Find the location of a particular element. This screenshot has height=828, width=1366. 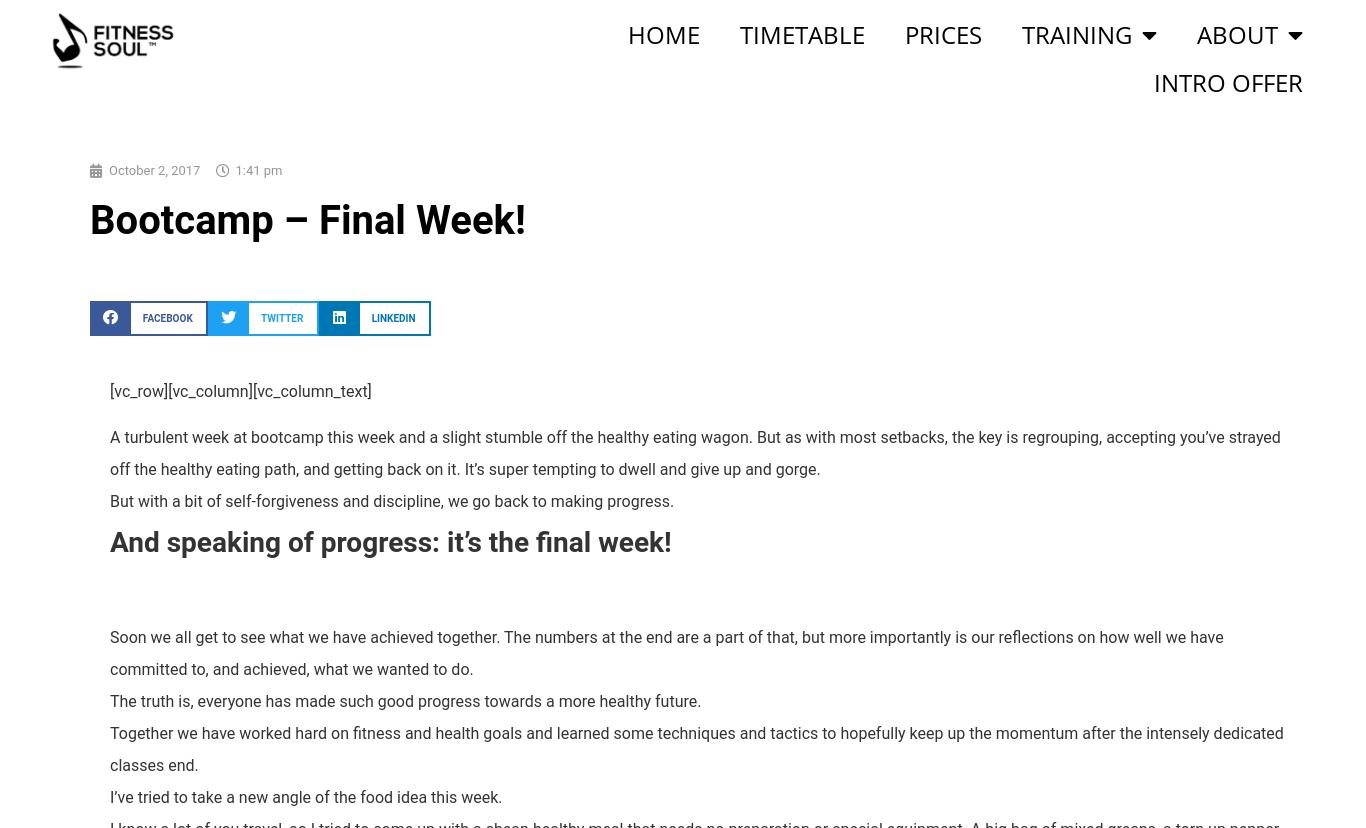

'A turbulent week at bootcamp this week and a slight stumble off the healthy eating wagon. But as with most setbacks, the key is regrouping, accepting you’ve strayed off the healthy eating path, and getting back on it. It’s super tempting to dwell and give up and gorge.' is located at coordinates (109, 451).